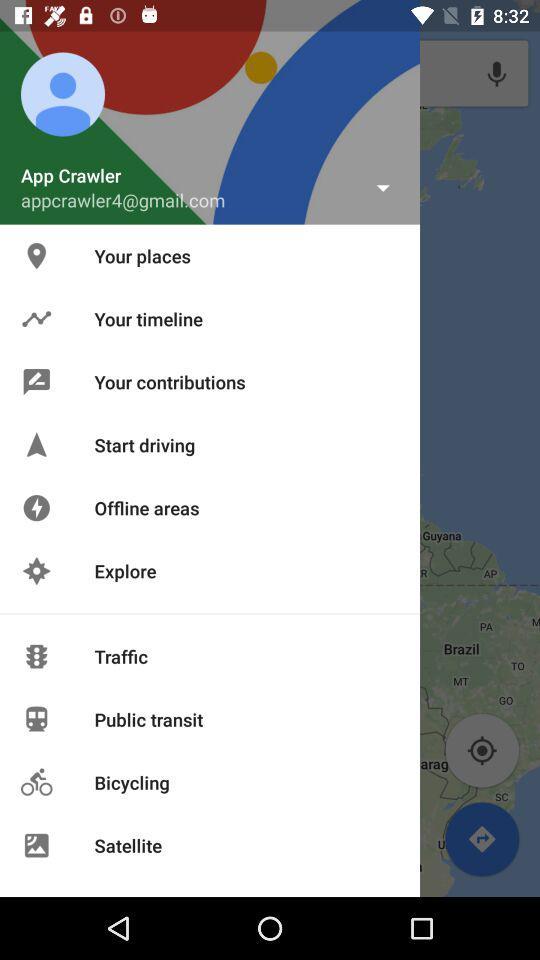  What do you see at coordinates (481, 839) in the screenshot?
I see `the direction icon` at bounding box center [481, 839].